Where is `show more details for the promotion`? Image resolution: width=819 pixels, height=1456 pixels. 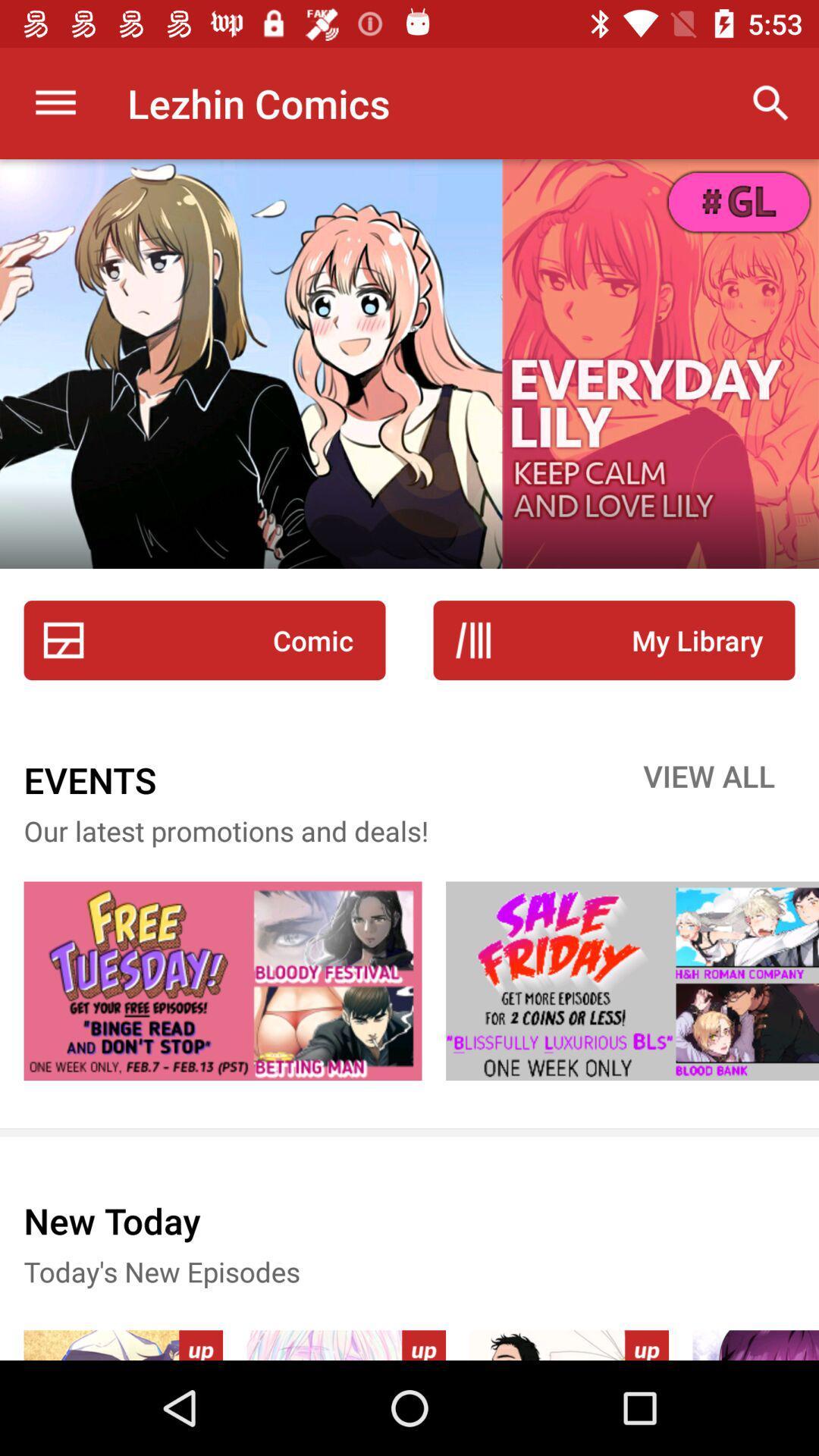
show more details for the promotion is located at coordinates (632, 981).